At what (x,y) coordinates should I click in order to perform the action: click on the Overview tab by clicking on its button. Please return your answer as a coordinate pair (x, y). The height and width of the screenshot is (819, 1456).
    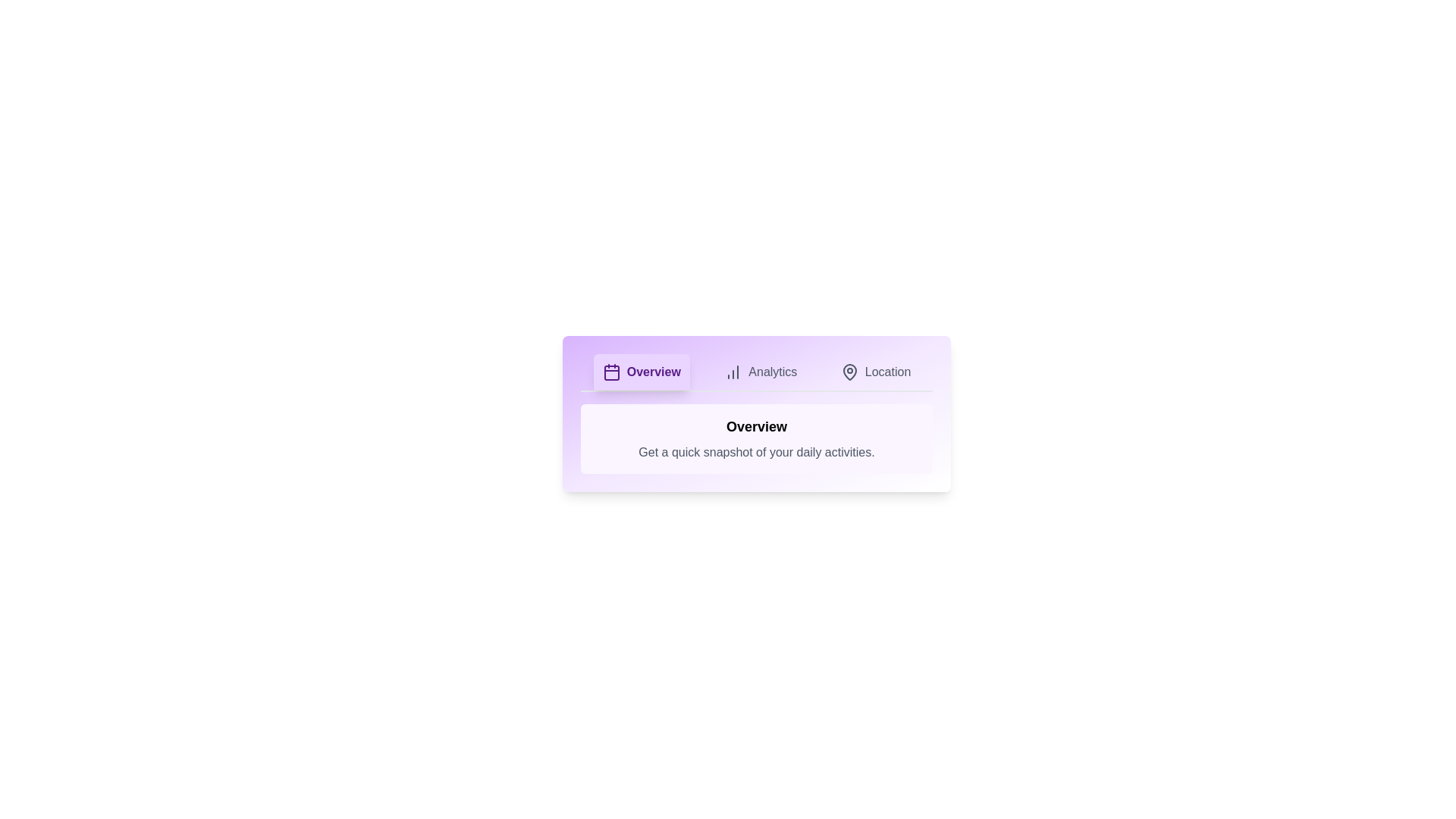
    Looking at the image, I should click on (641, 372).